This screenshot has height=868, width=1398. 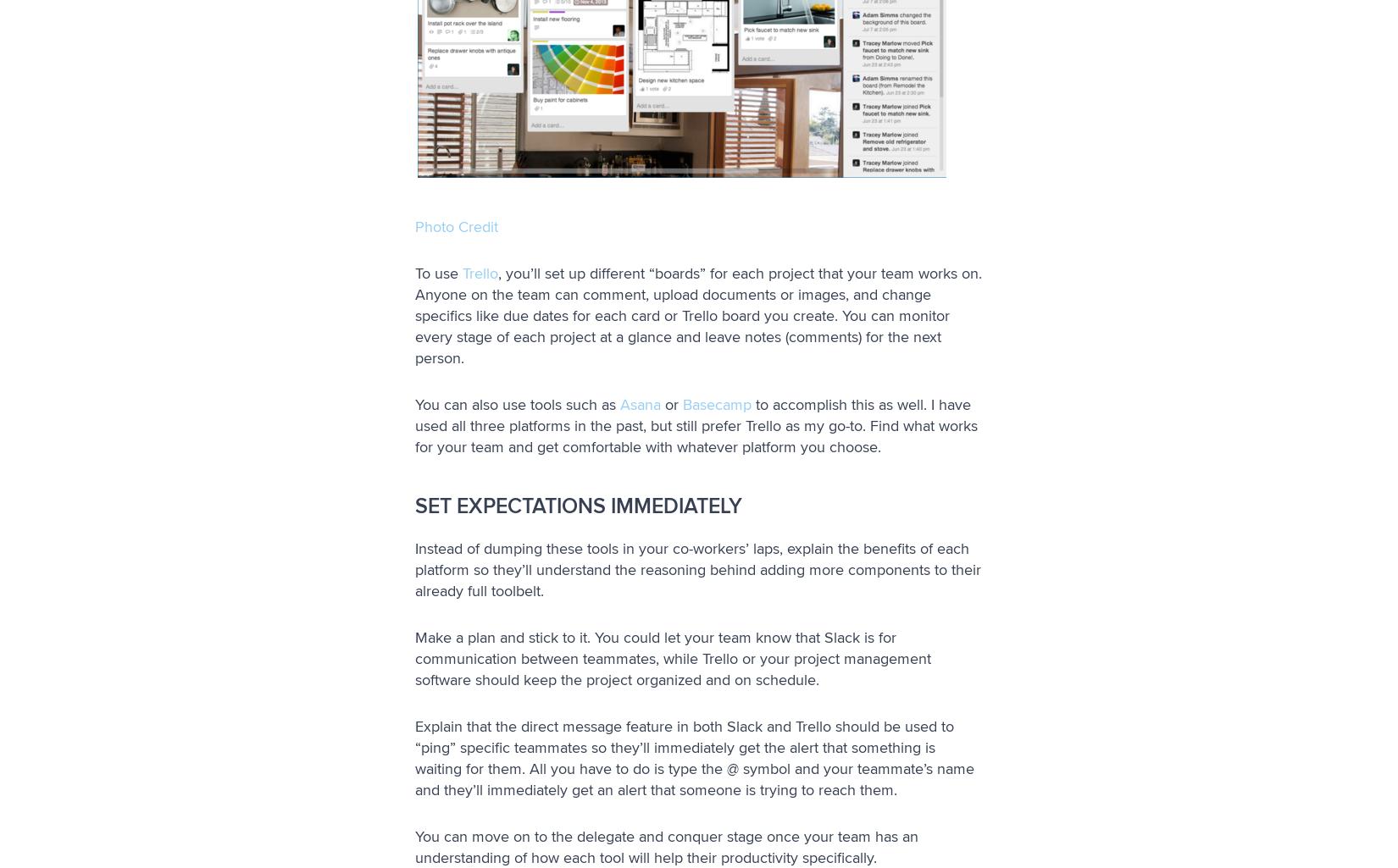 I want to click on 'Asana', so click(x=640, y=404).